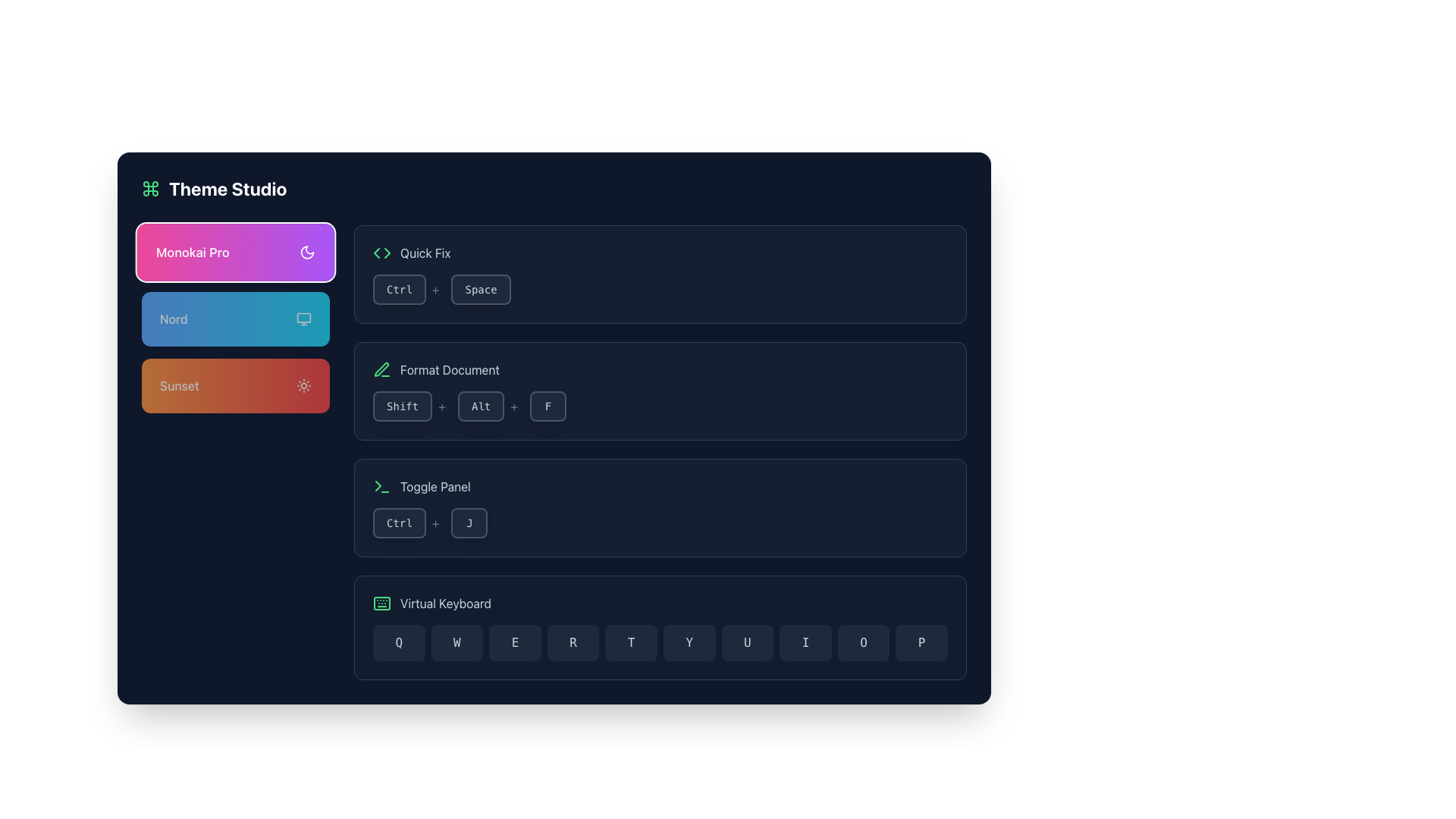 The width and height of the screenshot is (1456, 819). I want to click on the button labeled 'I', which is the eighth button in a horizontal grid of buttons labeled 'QWERTYUIOP', to input the character 'I', so click(805, 643).